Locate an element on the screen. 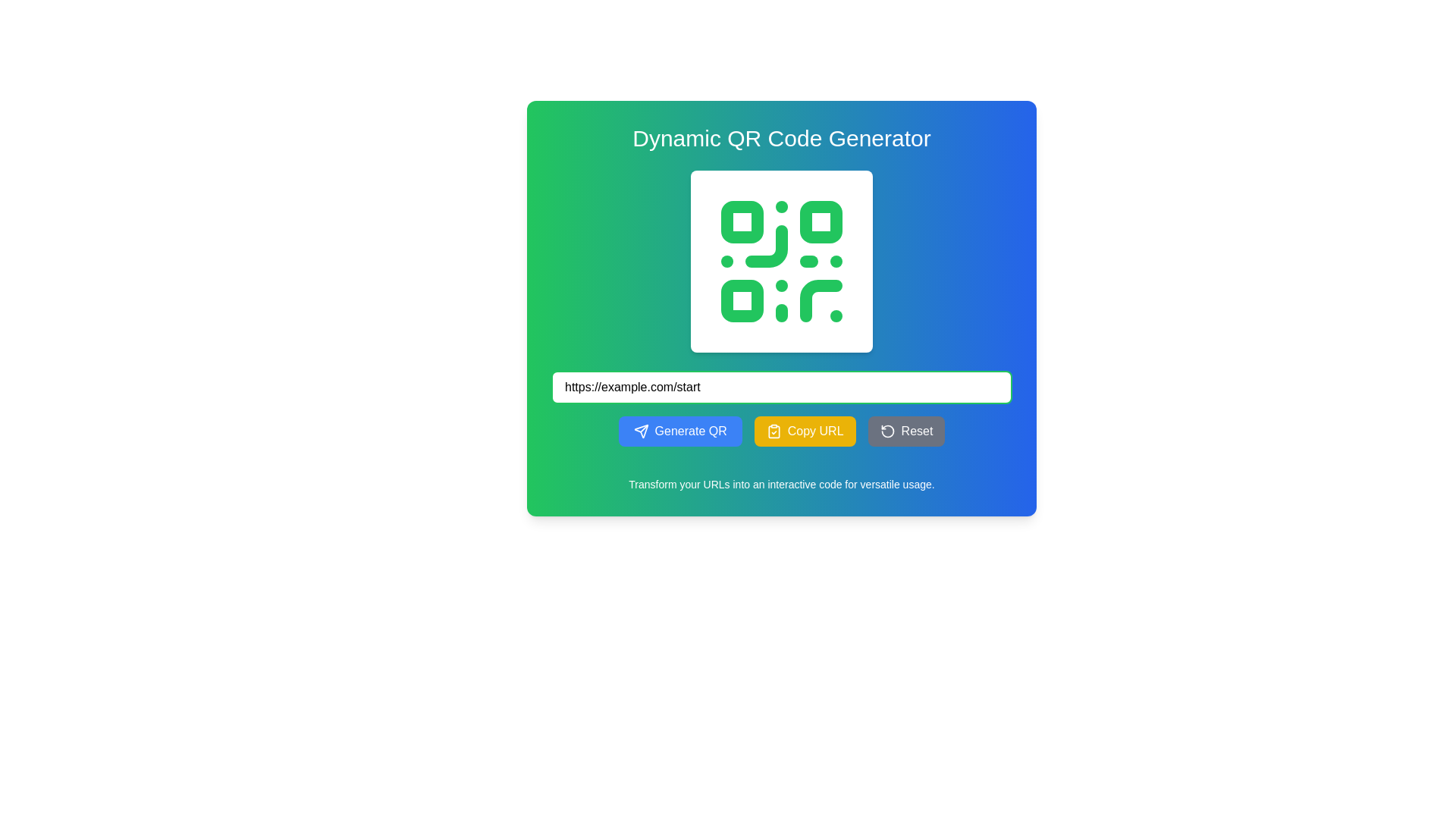  the clipboard check icon represented by a vector graphic in the lower-right portion of the interface is located at coordinates (773, 431).